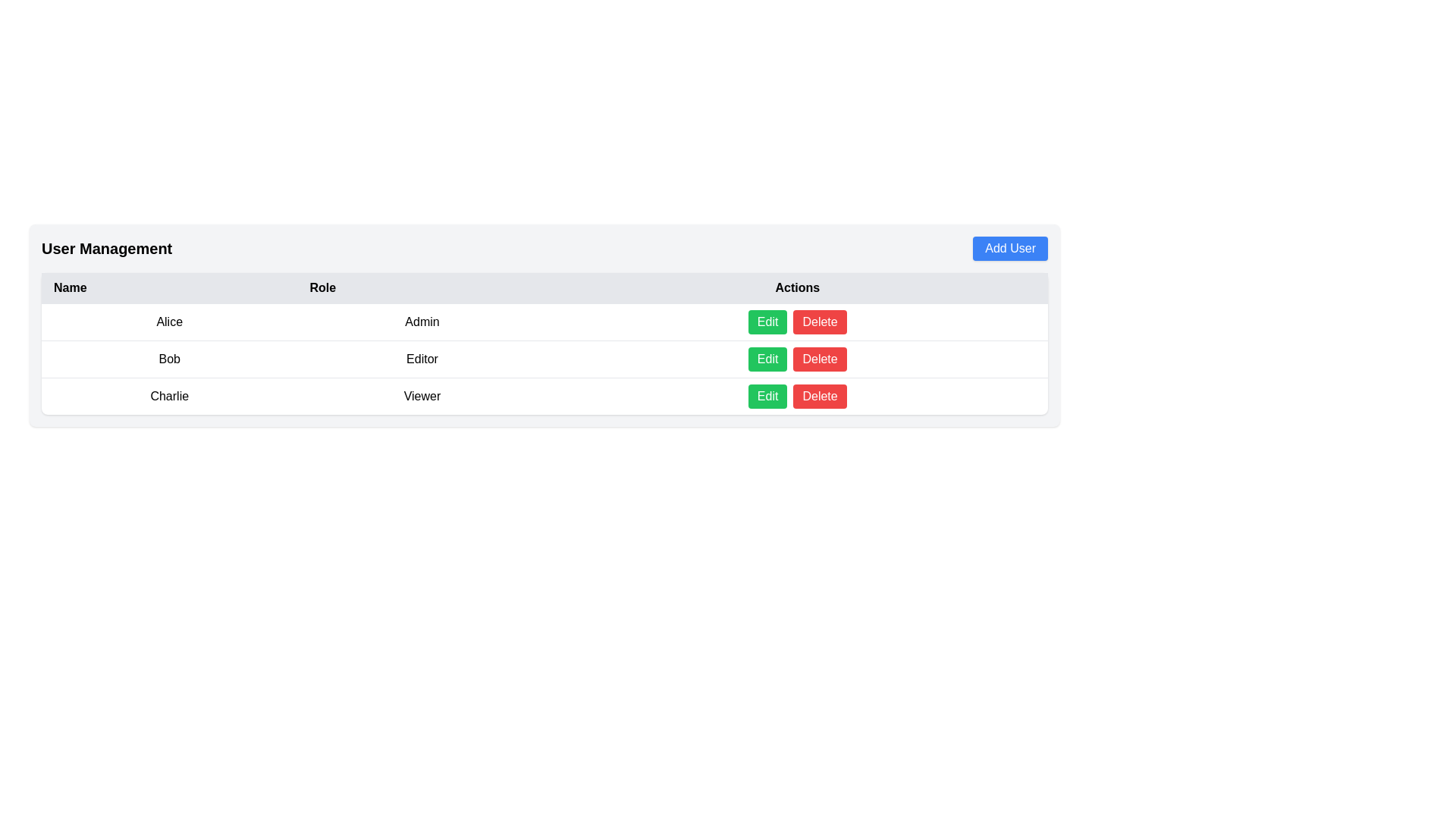  Describe the element at coordinates (422, 395) in the screenshot. I see `the static text element displaying 'Viewer', which is centered under the 'Role' column header in the row labeled 'Charlie'` at that location.